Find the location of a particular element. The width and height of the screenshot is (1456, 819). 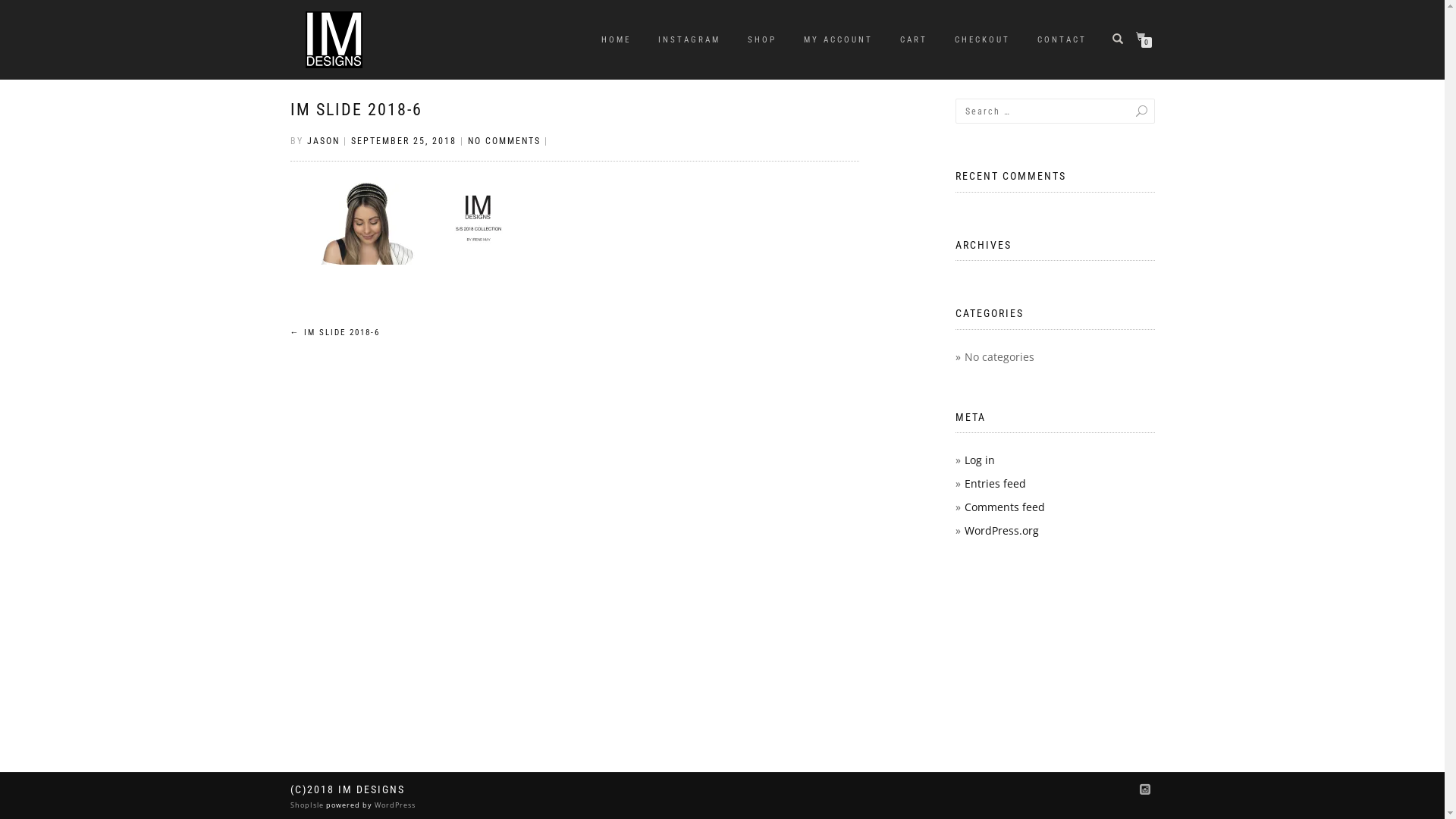

'HOME' is located at coordinates (616, 39).